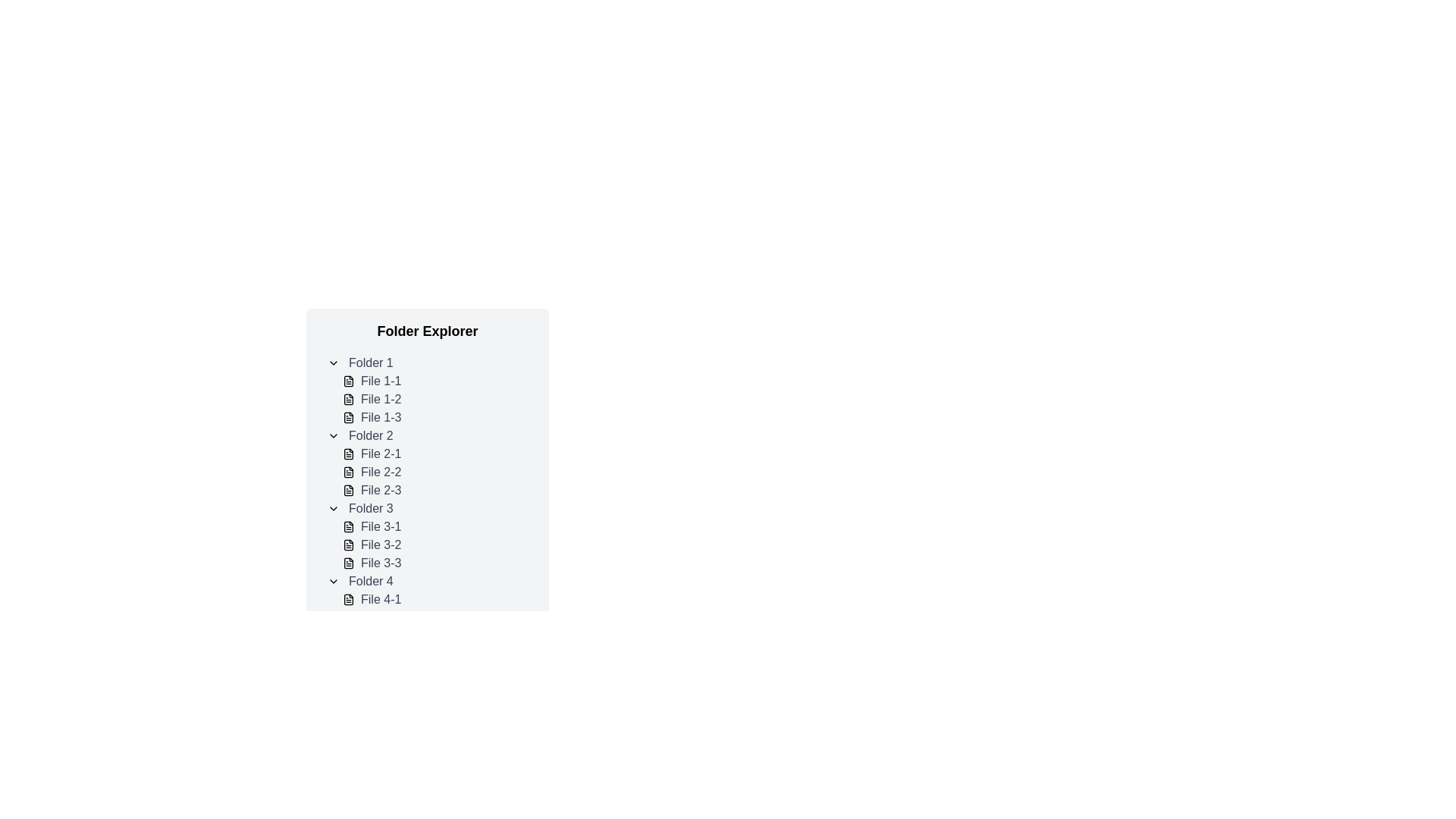 This screenshot has width=1456, height=819. Describe the element at coordinates (371, 509) in the screenshot. I see `the text label 'Folder 3' styled in gray font` at that location.